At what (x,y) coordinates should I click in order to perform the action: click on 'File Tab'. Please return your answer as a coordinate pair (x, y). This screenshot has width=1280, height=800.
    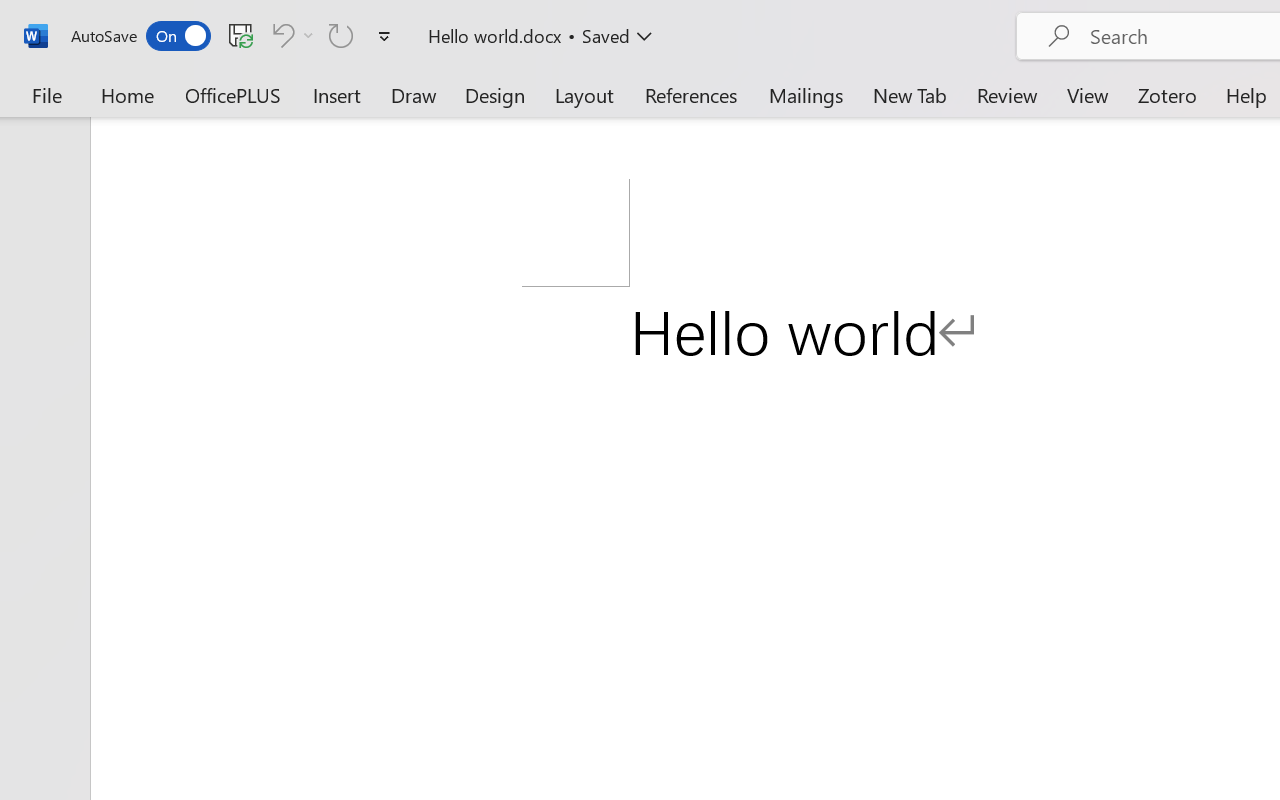
    Looking at the image, I should click on (46, 94).